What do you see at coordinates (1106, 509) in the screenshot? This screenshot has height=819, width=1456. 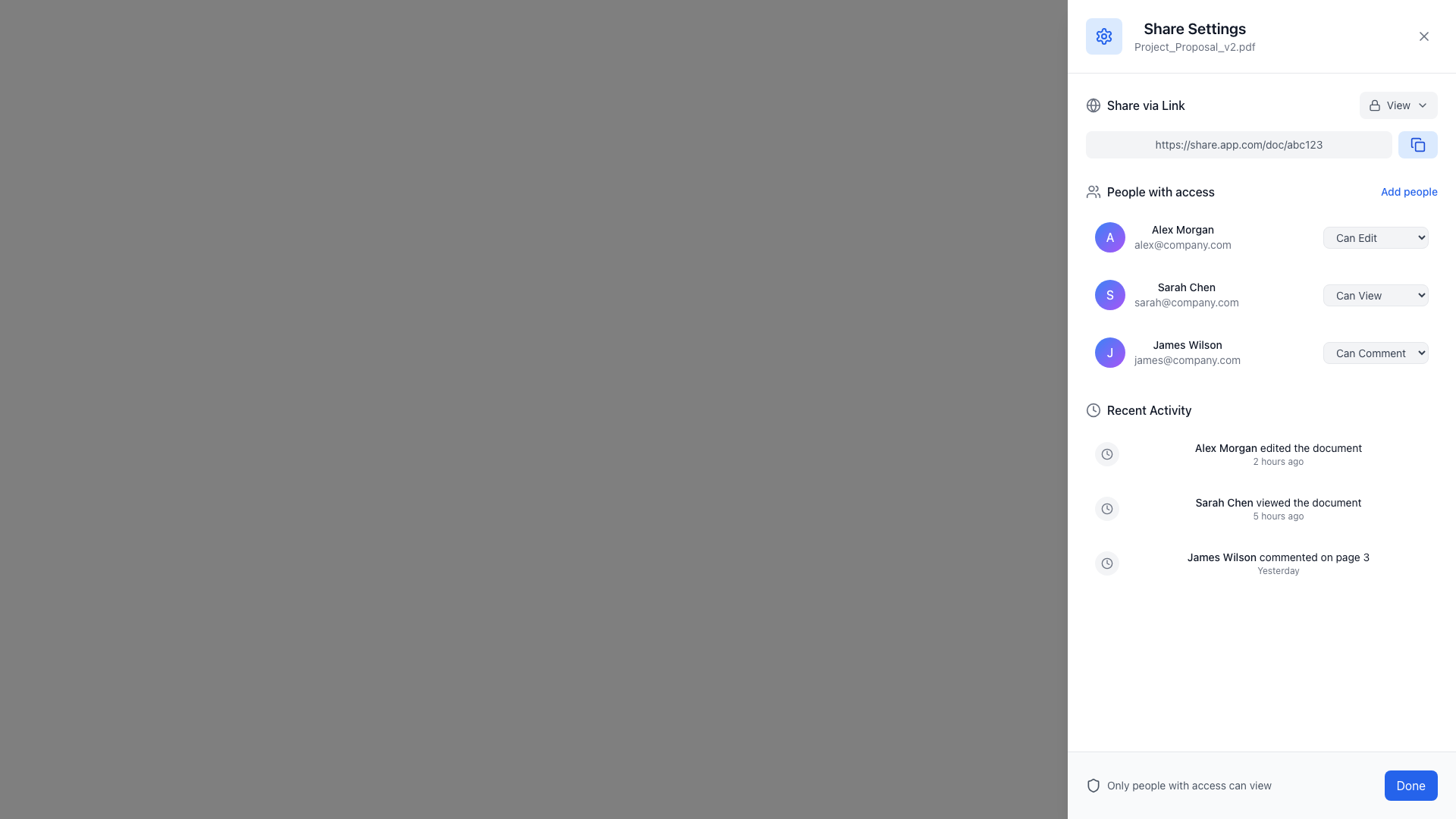 I see `the icon representing the activity type related to 'Sarah Chen viewed the document', located in the recent activity list as the second item, positioned to the left of the text description` at bounding box center [1106, 509].